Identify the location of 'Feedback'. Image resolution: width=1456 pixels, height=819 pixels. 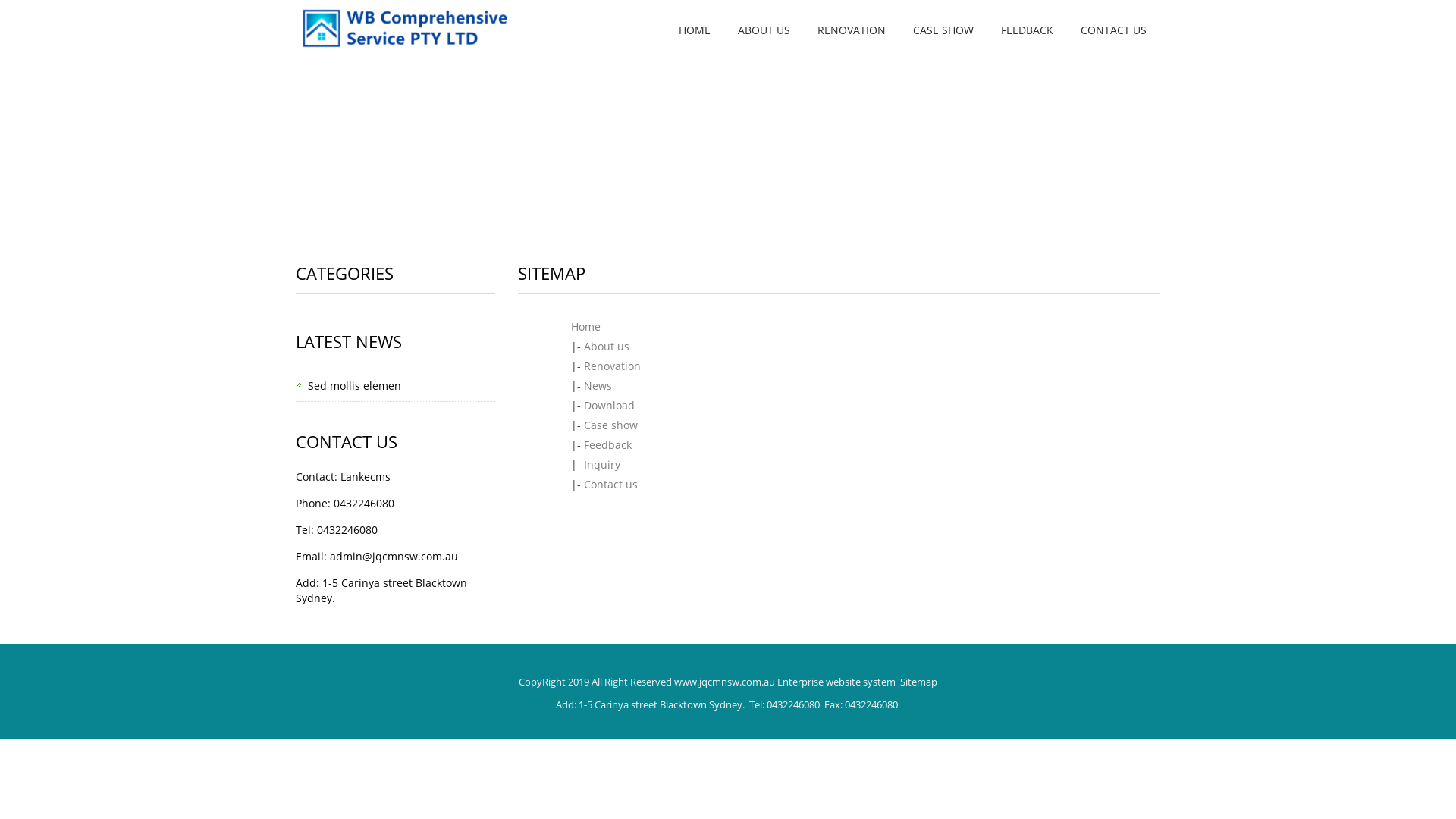
(582, 444).